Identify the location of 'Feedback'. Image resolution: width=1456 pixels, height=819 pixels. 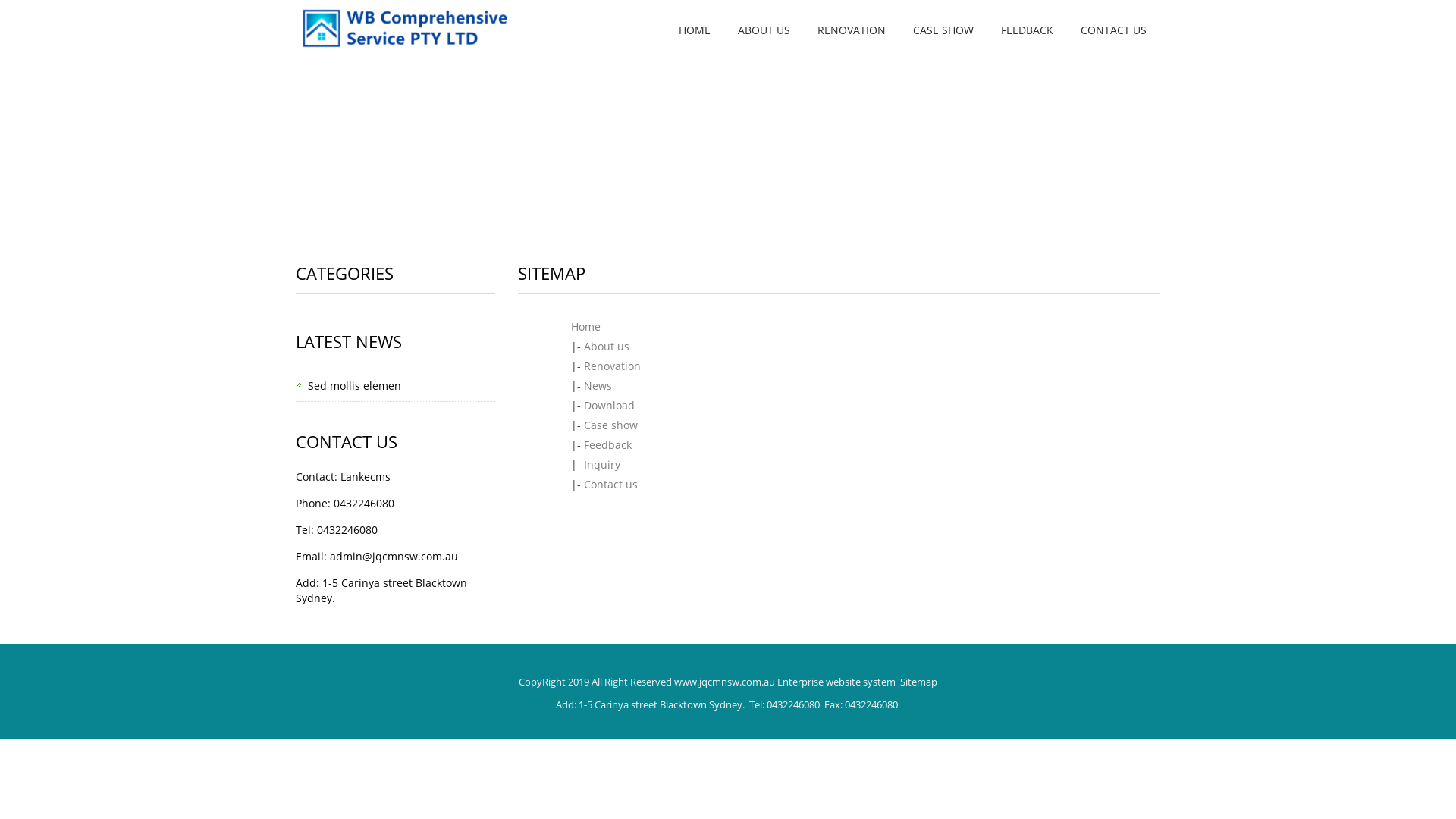
(582, 444).